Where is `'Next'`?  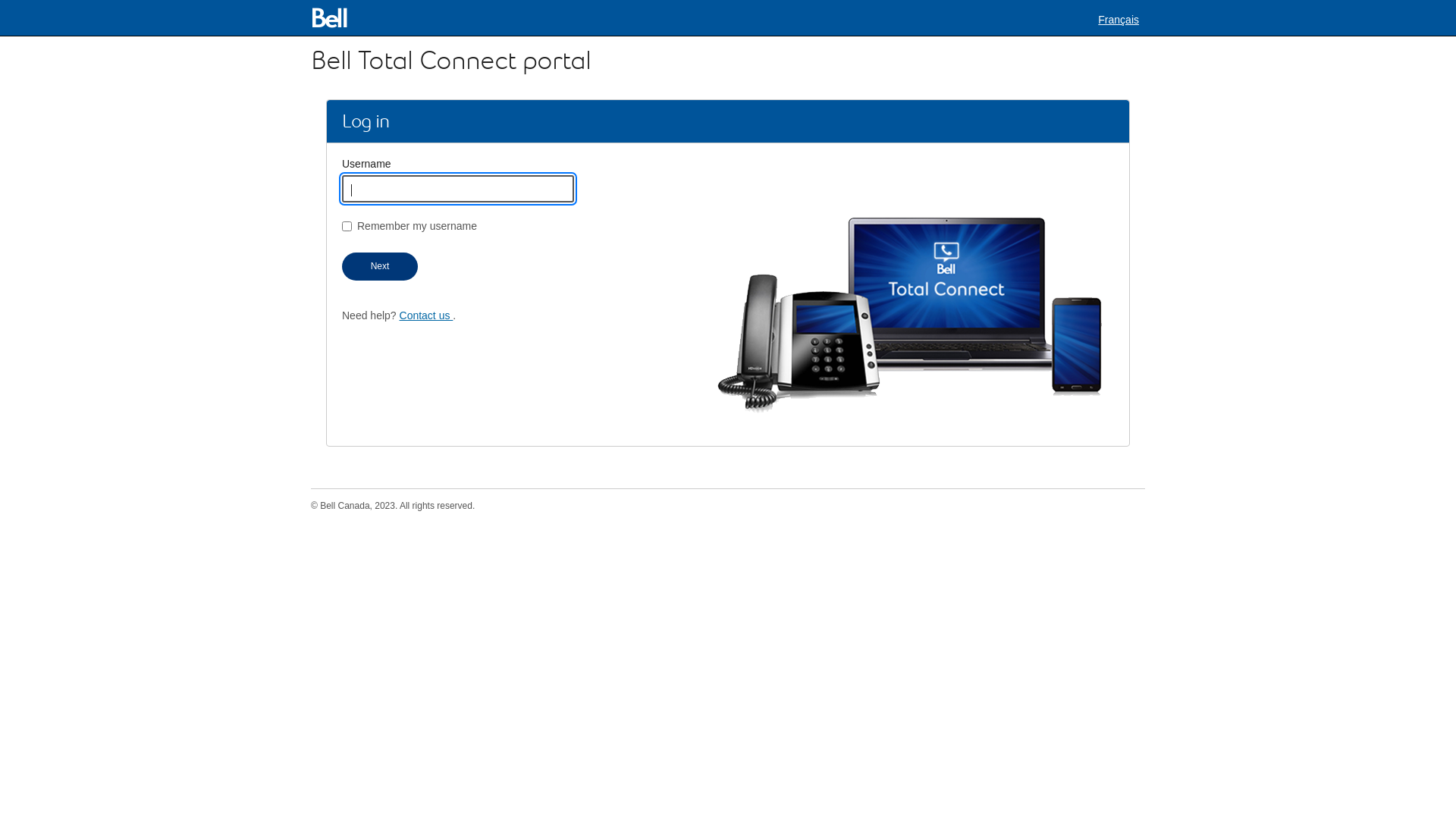
'Next' is located at coordinates (379, 265).